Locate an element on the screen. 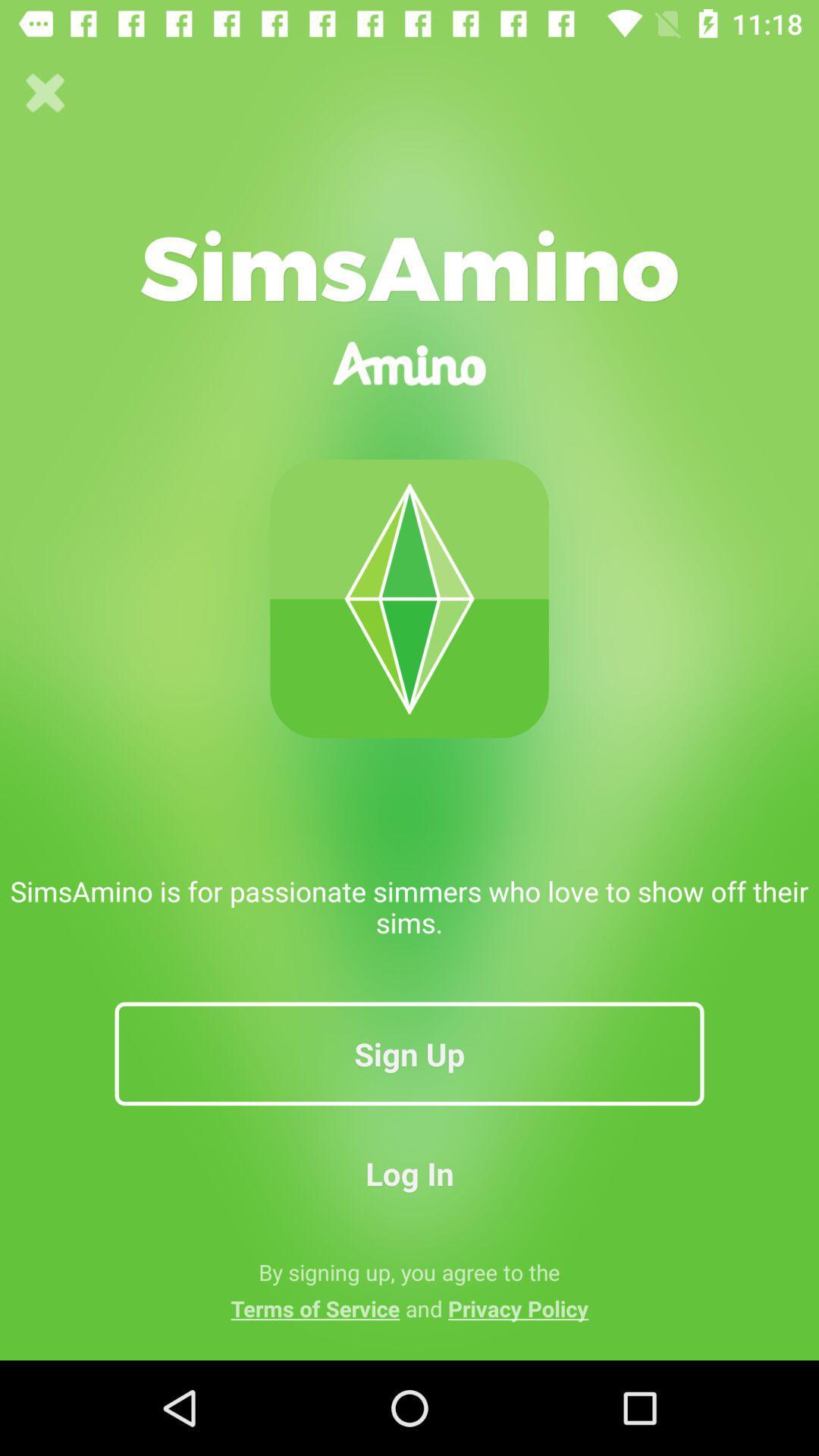 Image resolution: width=819 pixels, height=1456 pixels. icon below the sign up button is located at coordinates (409, 1172).